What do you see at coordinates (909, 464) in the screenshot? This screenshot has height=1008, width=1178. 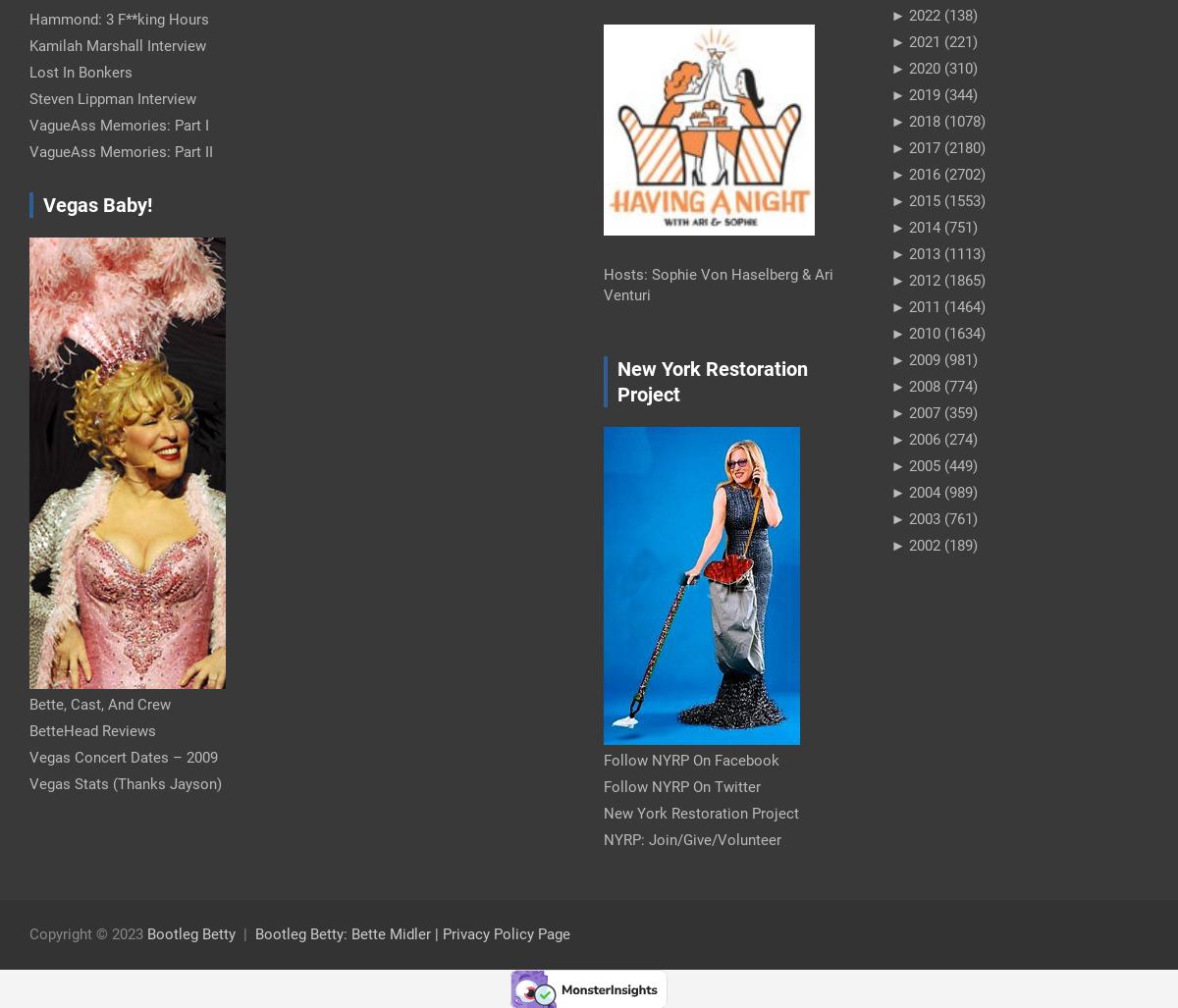 I see `'2005'` at bounding box center [909, 464].